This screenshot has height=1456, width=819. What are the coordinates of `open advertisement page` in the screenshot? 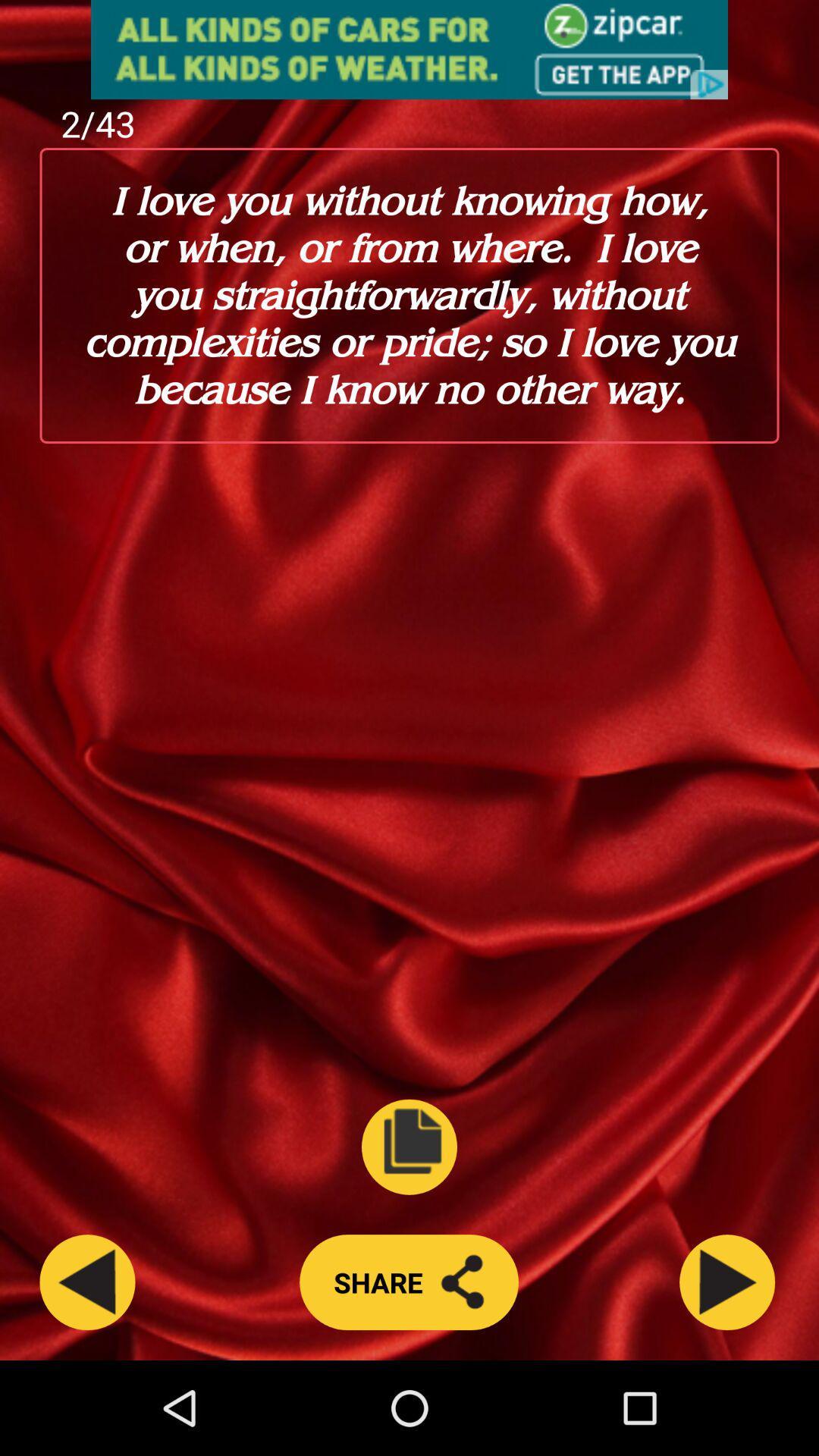 It's located at (409, 49).